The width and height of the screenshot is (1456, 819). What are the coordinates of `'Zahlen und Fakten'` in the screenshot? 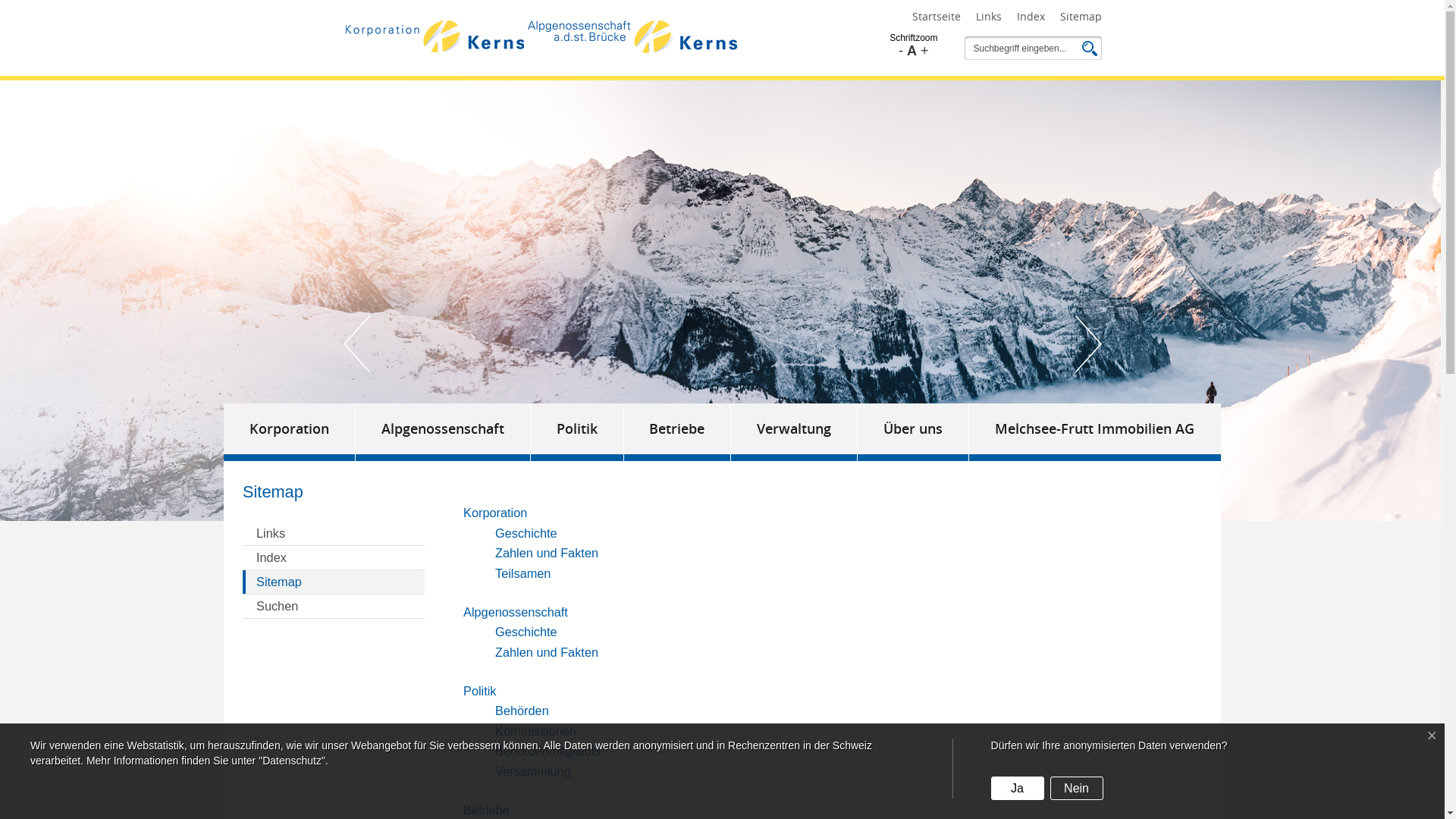 It's located at (546, 651).